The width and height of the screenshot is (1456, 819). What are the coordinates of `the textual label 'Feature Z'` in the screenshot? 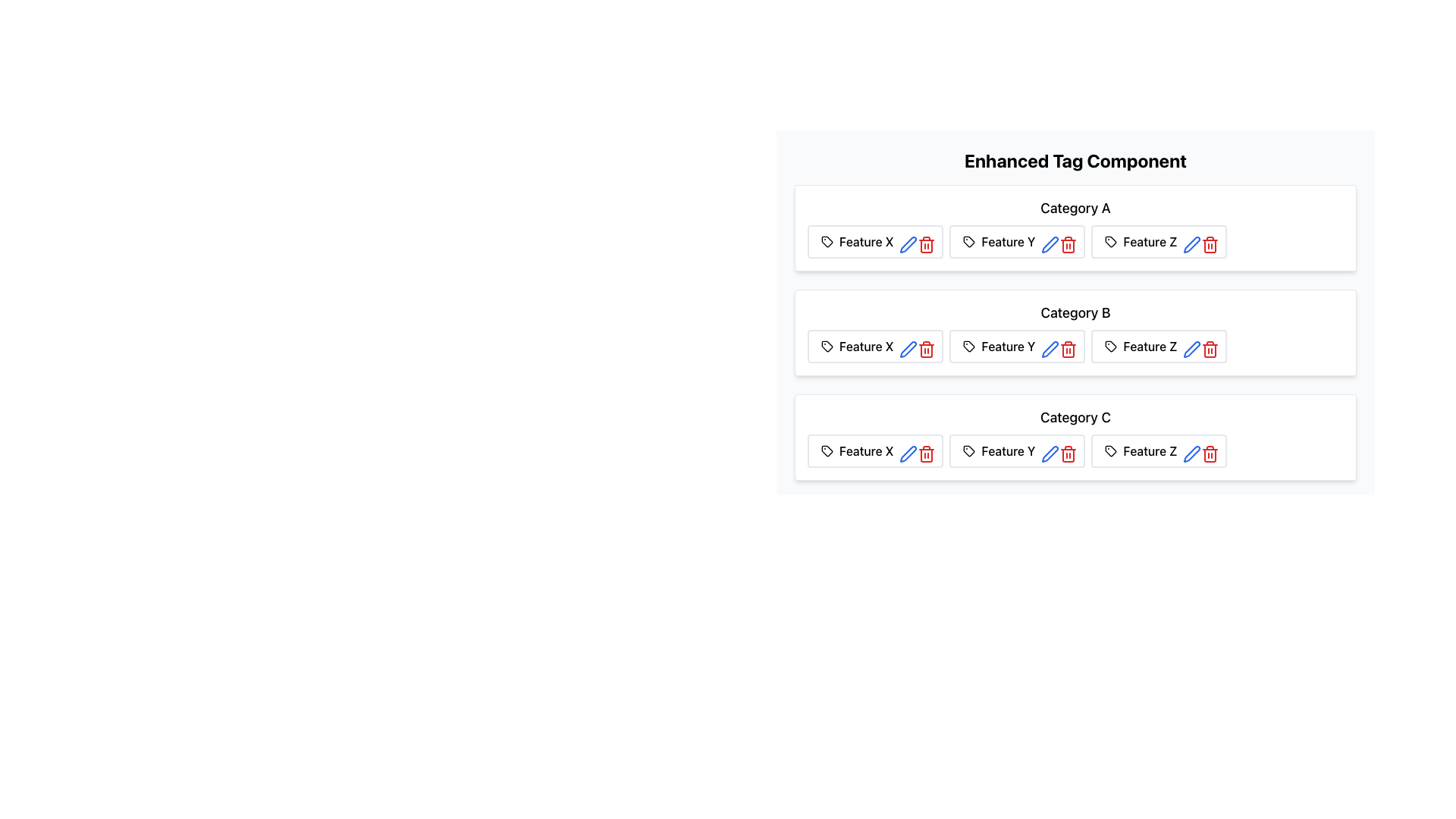 It's located at (1150, 346).